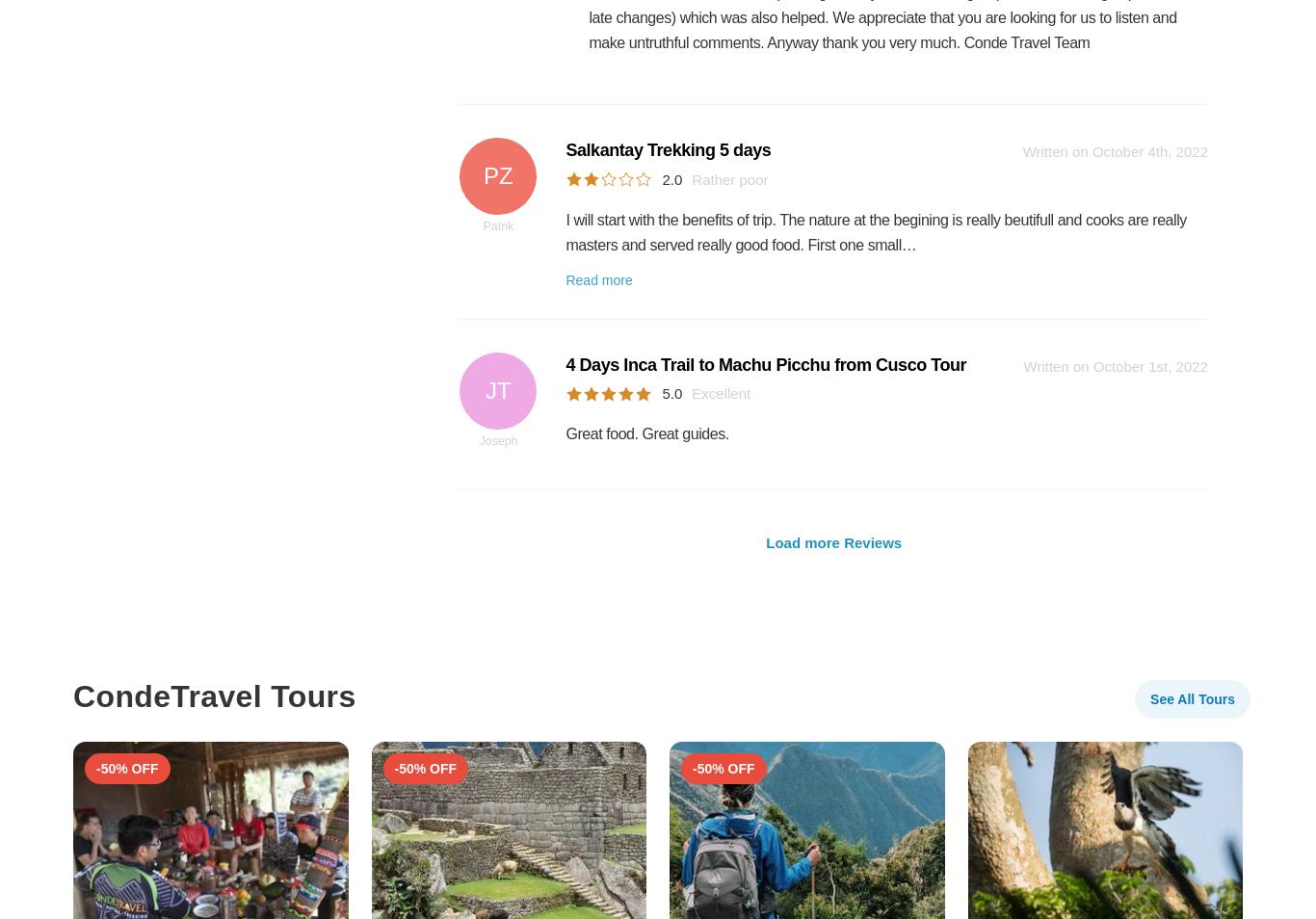  What do you see at coordinates (498, 389) in the screenshot?
I see `'JT'` at bounding box center [498, 389].